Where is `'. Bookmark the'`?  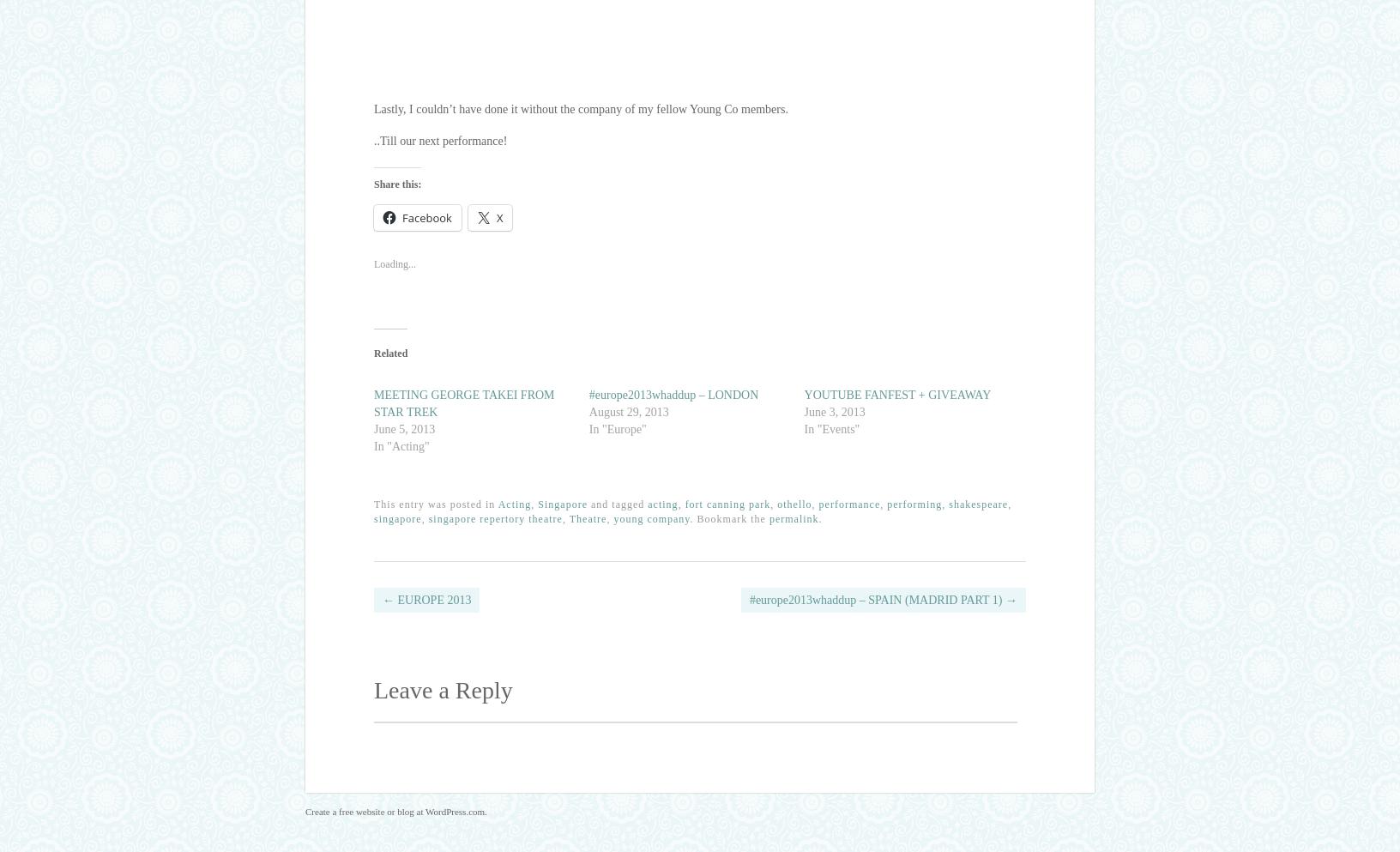
'. Bookmark the' is located at coordinates (689, 519).